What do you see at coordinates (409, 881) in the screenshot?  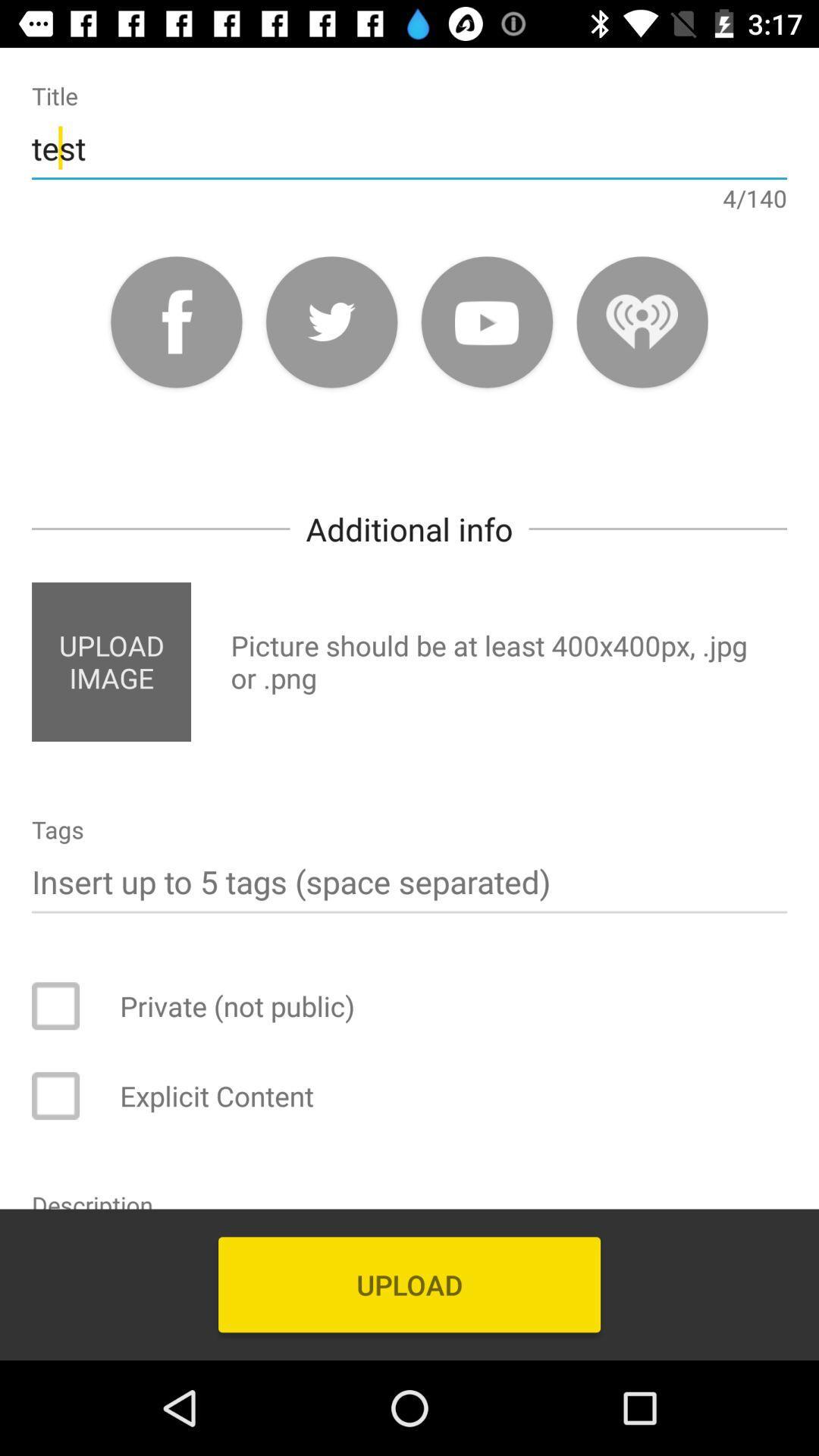 I see `tags` at bounding box center [409, 881].